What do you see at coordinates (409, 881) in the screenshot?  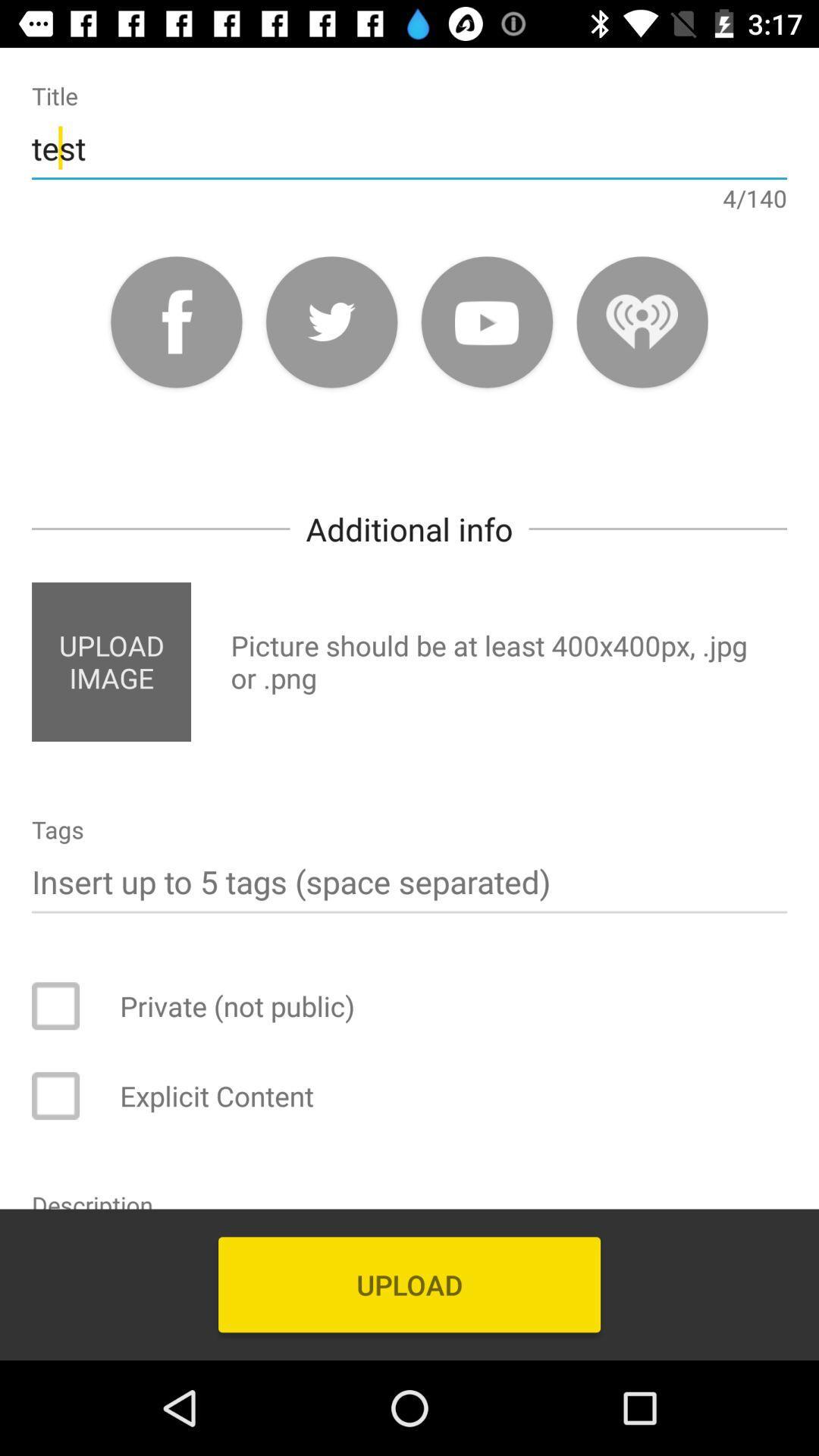 I see `tags` at bounding box center [409, 881].